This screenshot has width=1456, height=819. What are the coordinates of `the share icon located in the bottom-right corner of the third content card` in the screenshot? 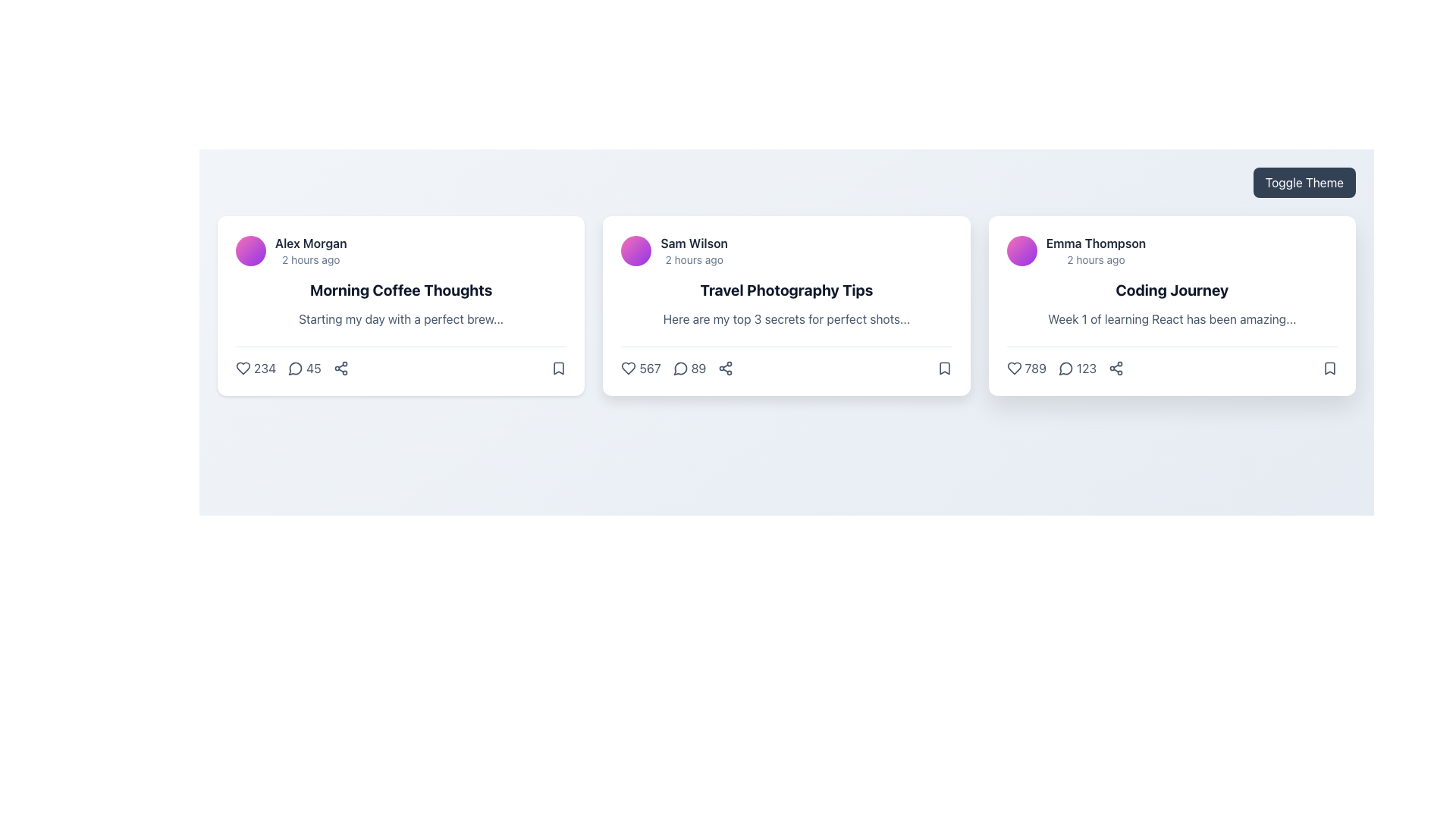 It's located at (1116, 369).